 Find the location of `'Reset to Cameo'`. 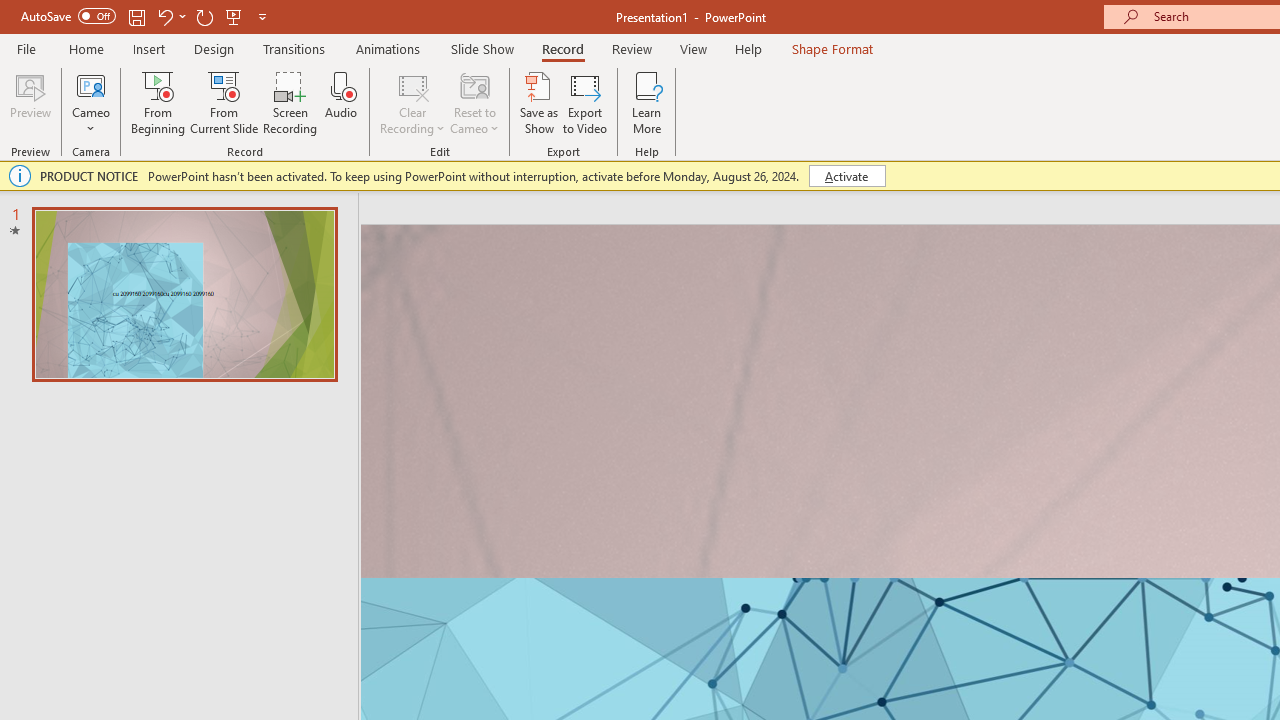

'Reset to Cameo' is located at coordinates (473, 103).